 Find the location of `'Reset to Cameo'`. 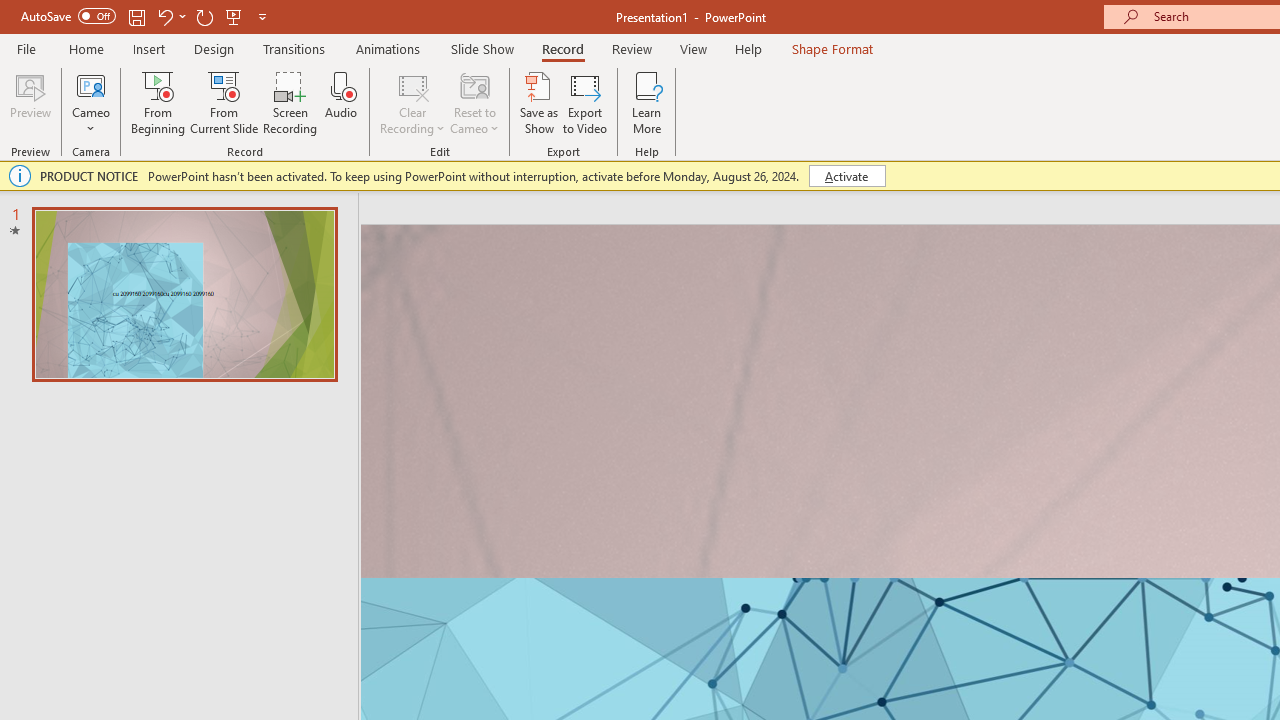

'Reset to Cameo' is located at coordinates (473, 103).